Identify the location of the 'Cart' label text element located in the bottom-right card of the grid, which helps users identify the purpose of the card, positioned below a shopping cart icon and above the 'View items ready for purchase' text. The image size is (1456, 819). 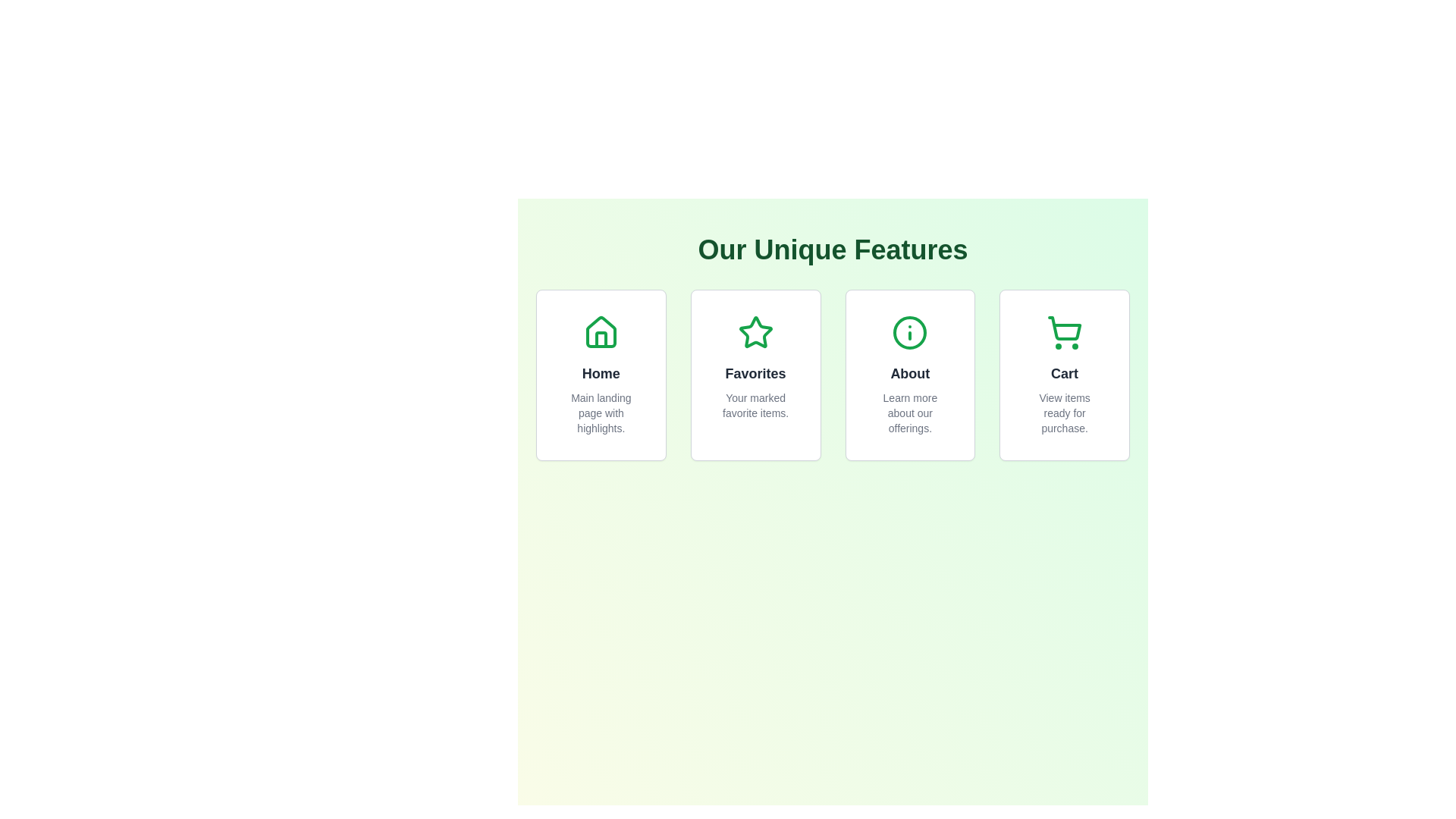
(1064, 374).